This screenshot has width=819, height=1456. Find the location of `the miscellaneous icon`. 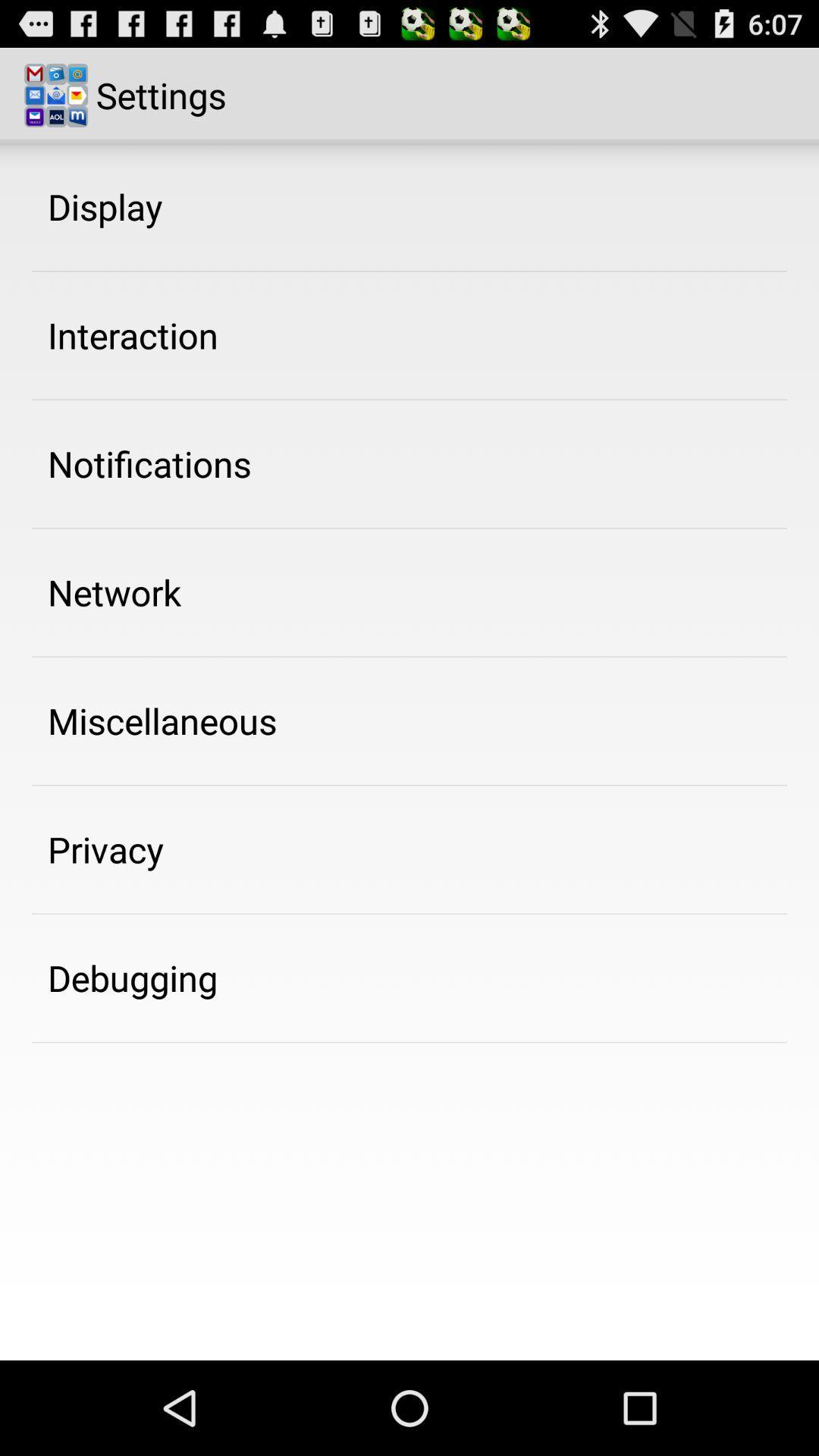

the miscellaneous icon is located at coordinates (162, 720).